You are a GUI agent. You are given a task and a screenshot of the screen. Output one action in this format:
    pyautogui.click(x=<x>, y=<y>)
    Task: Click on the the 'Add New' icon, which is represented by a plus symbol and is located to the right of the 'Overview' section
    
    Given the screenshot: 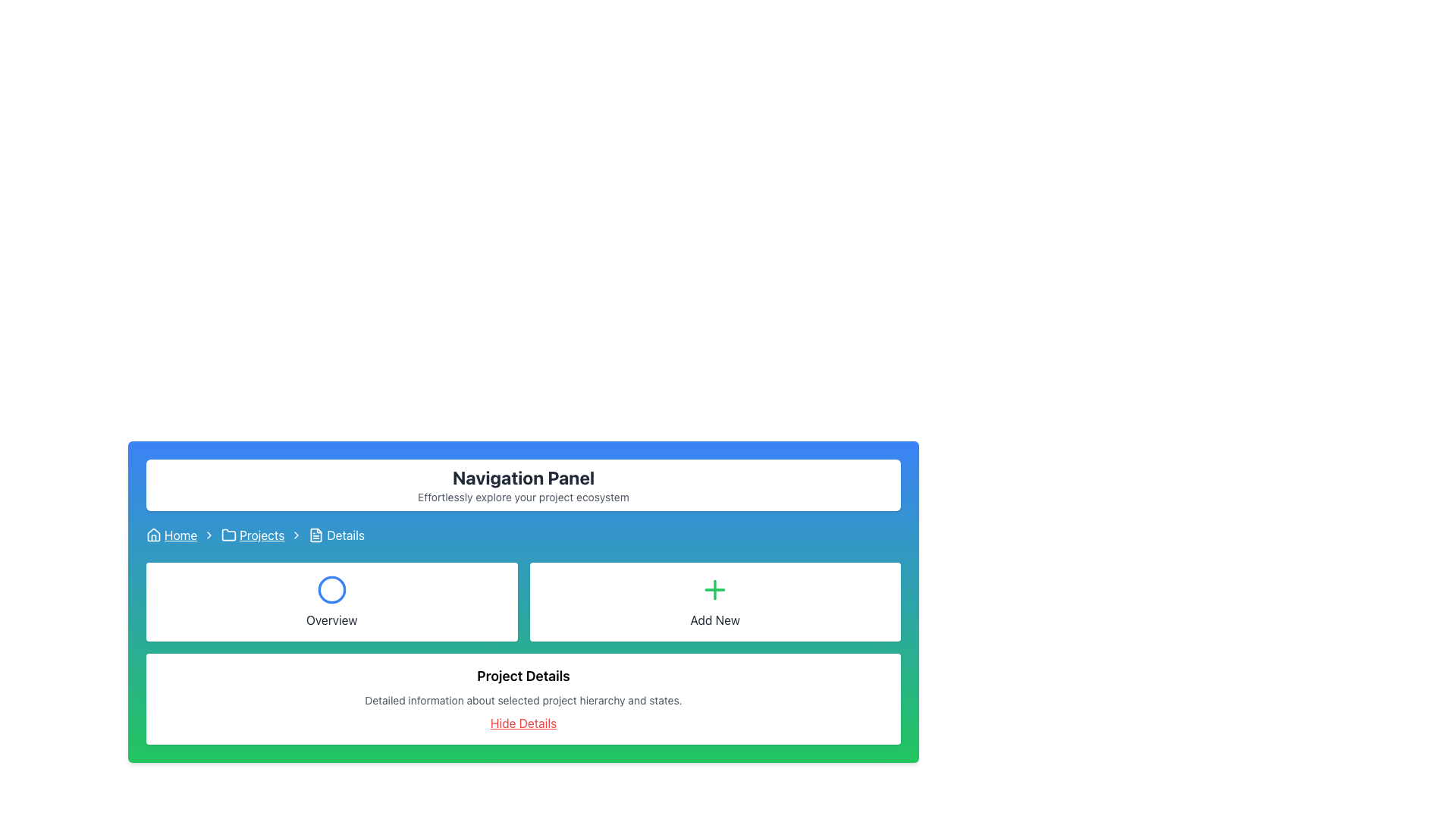 What is the action you would take?
    pyautogui.click(x=714, y=589)
    